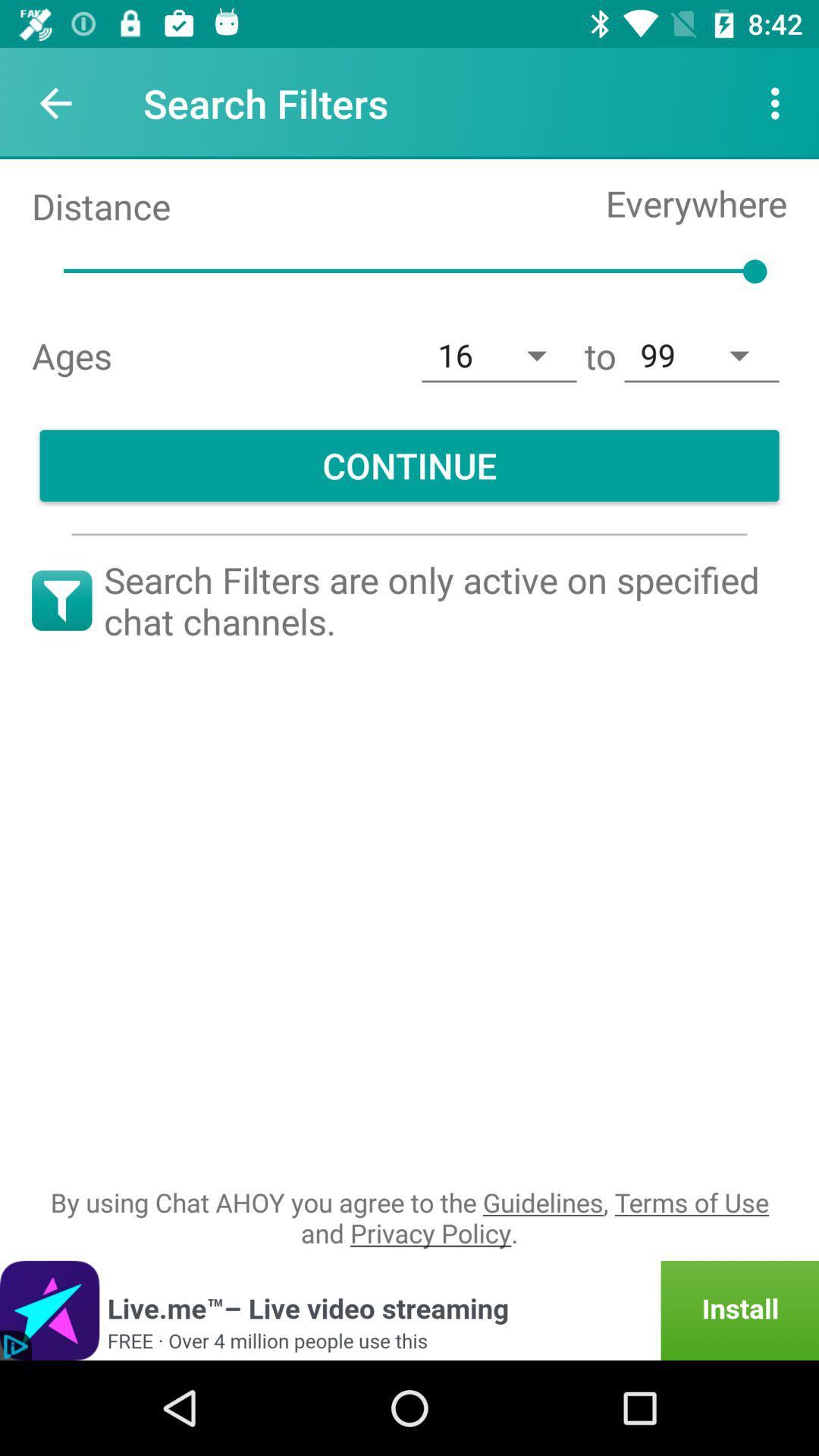  I want to click on continue, so click(409, 465).